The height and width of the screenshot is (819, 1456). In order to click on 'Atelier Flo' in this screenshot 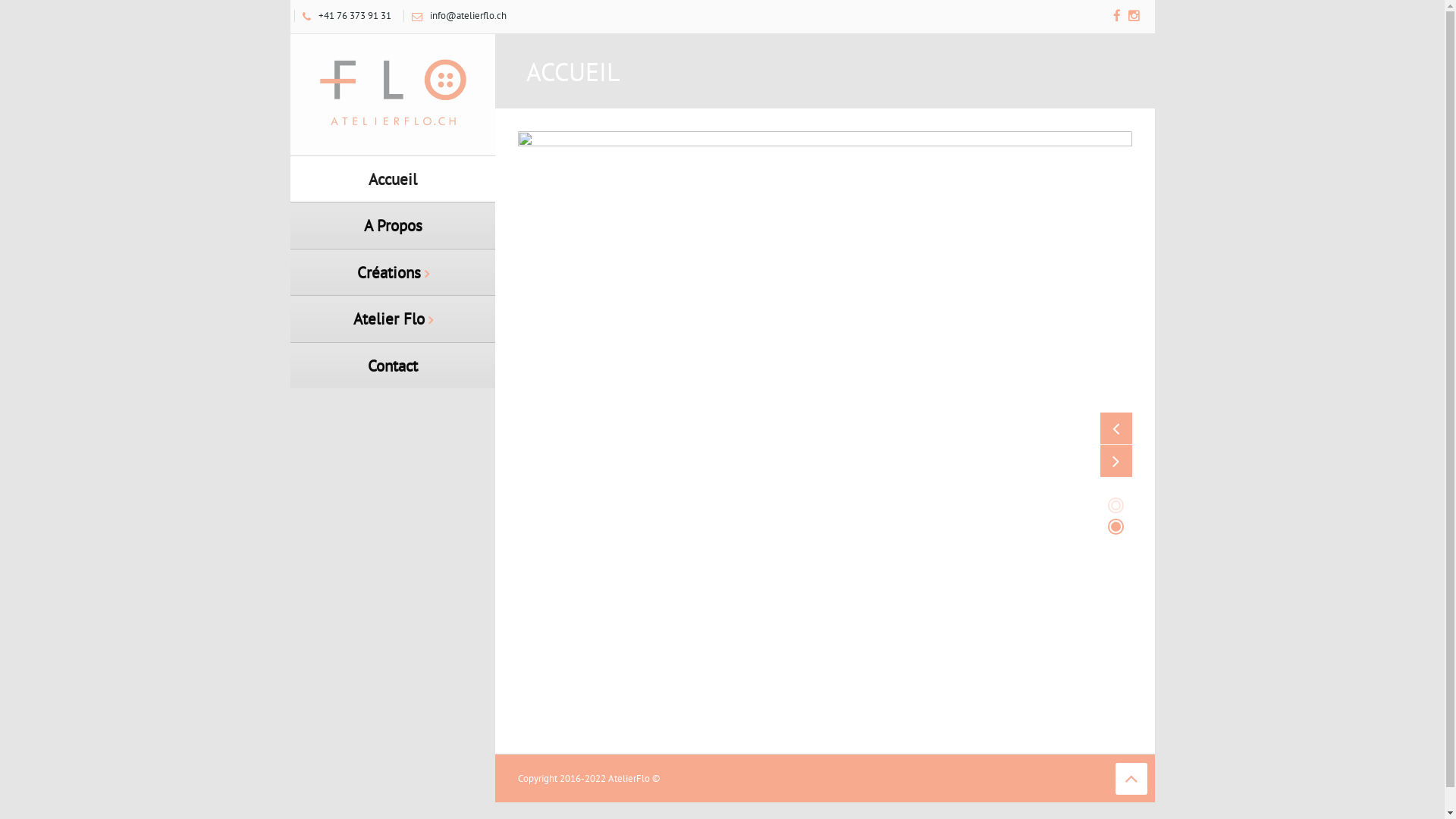, I will do `click(290, 317)`.